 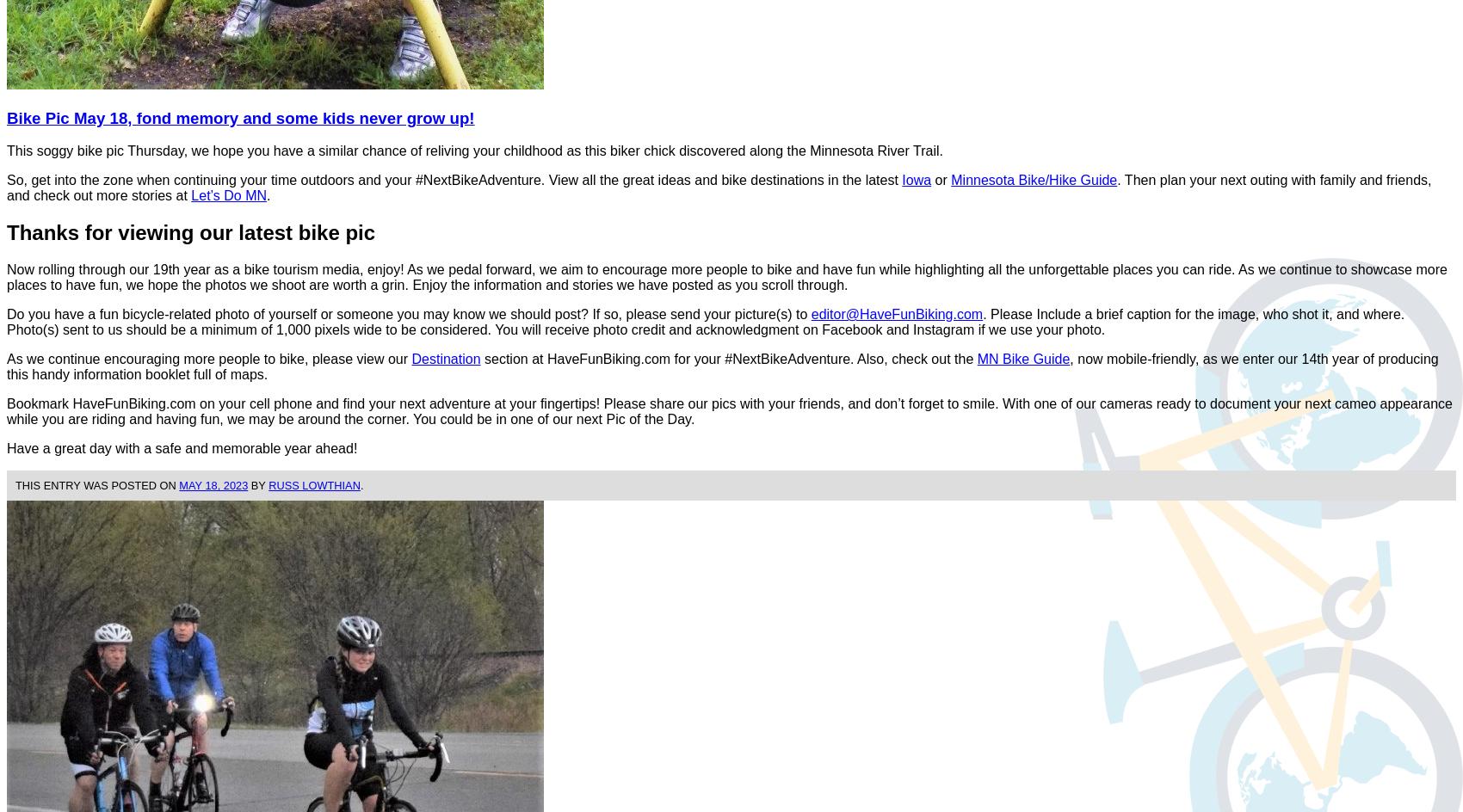 What do you see at coordinates (87, 484) in the screenshot?
I see `'This entry was posted'` at bounding box center [87, 484].